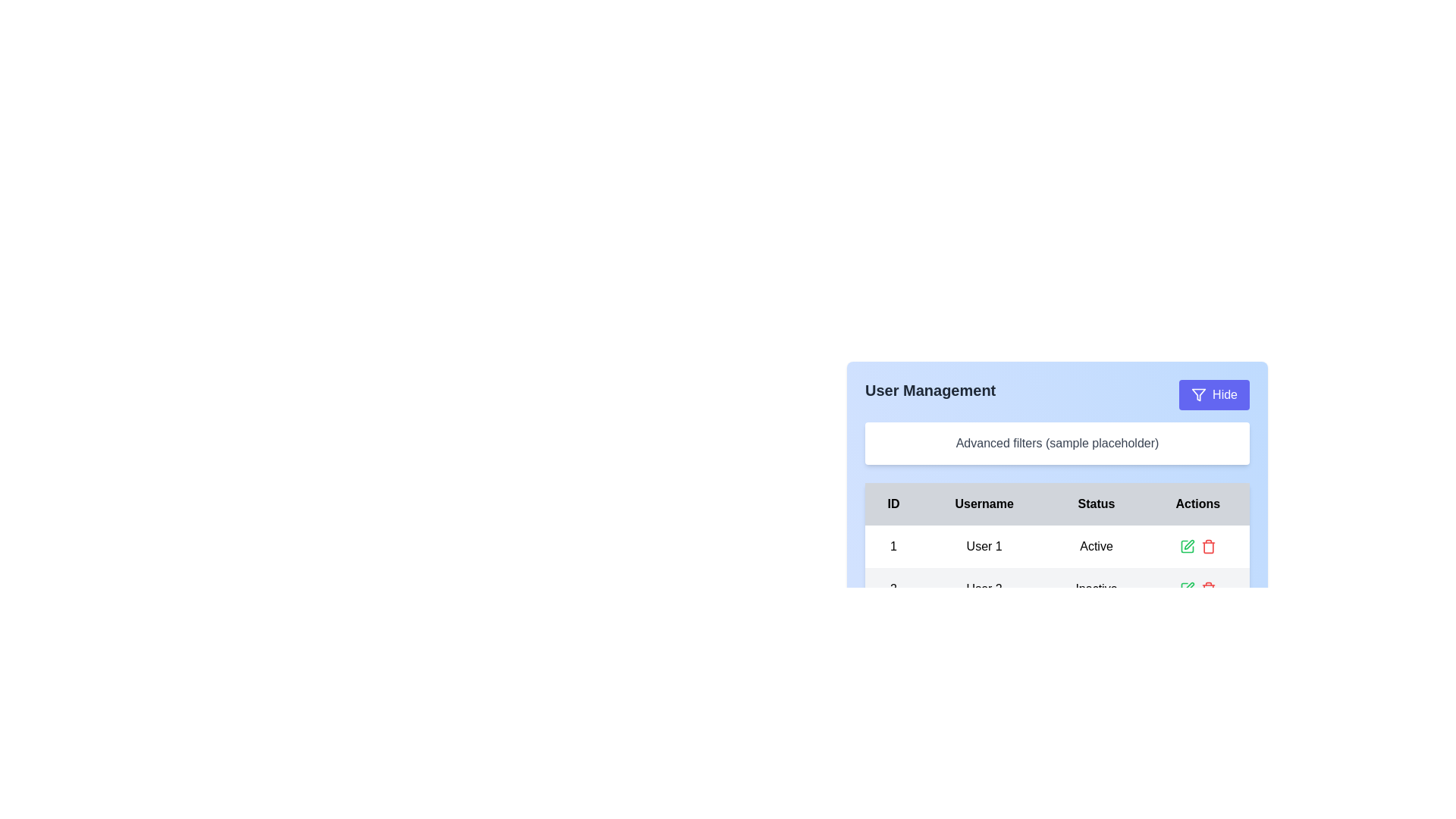  What do you see at coordinates (984, 504) in the screenshot?
I see `the Text label identifying the 'Username' column in the table header, located between 'ID' and 'Status'` at bounding box center [984, 504].